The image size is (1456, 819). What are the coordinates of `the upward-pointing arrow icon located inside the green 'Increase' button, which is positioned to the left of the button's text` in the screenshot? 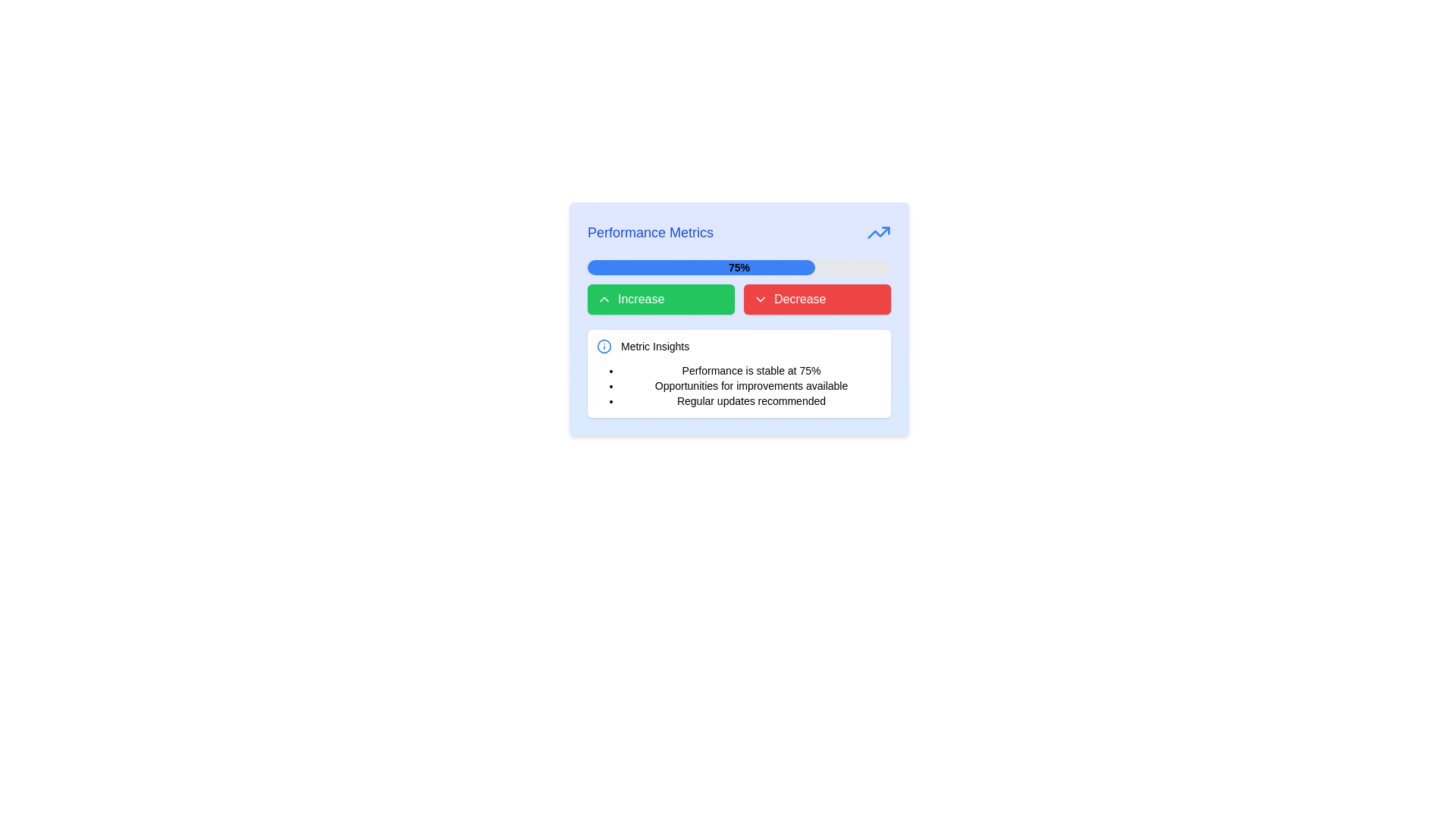 It's located at (603, 299).